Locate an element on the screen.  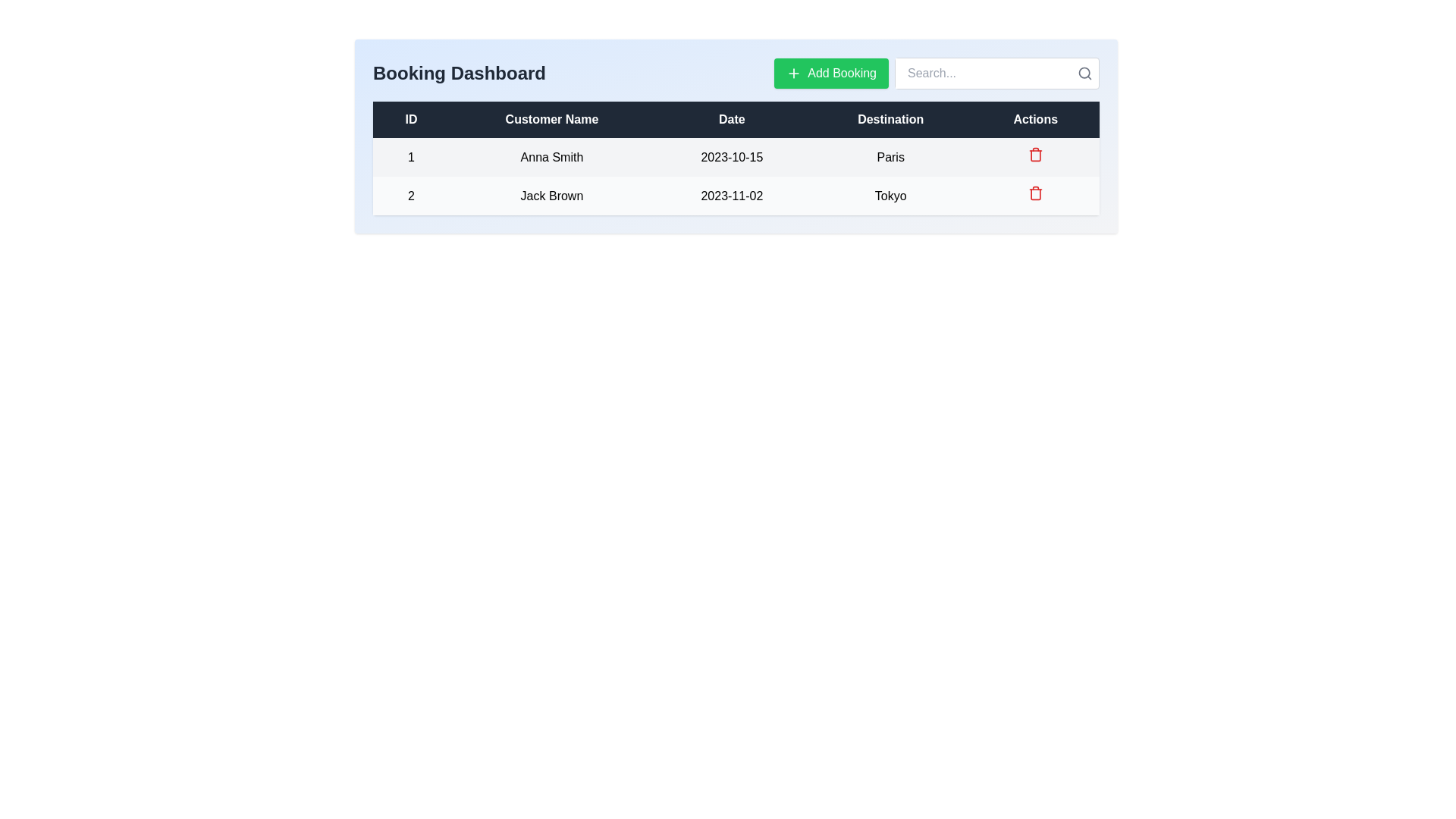
the 'Delete' button in the second row of the 'Actions' column is located at coordinates (1034, 155).